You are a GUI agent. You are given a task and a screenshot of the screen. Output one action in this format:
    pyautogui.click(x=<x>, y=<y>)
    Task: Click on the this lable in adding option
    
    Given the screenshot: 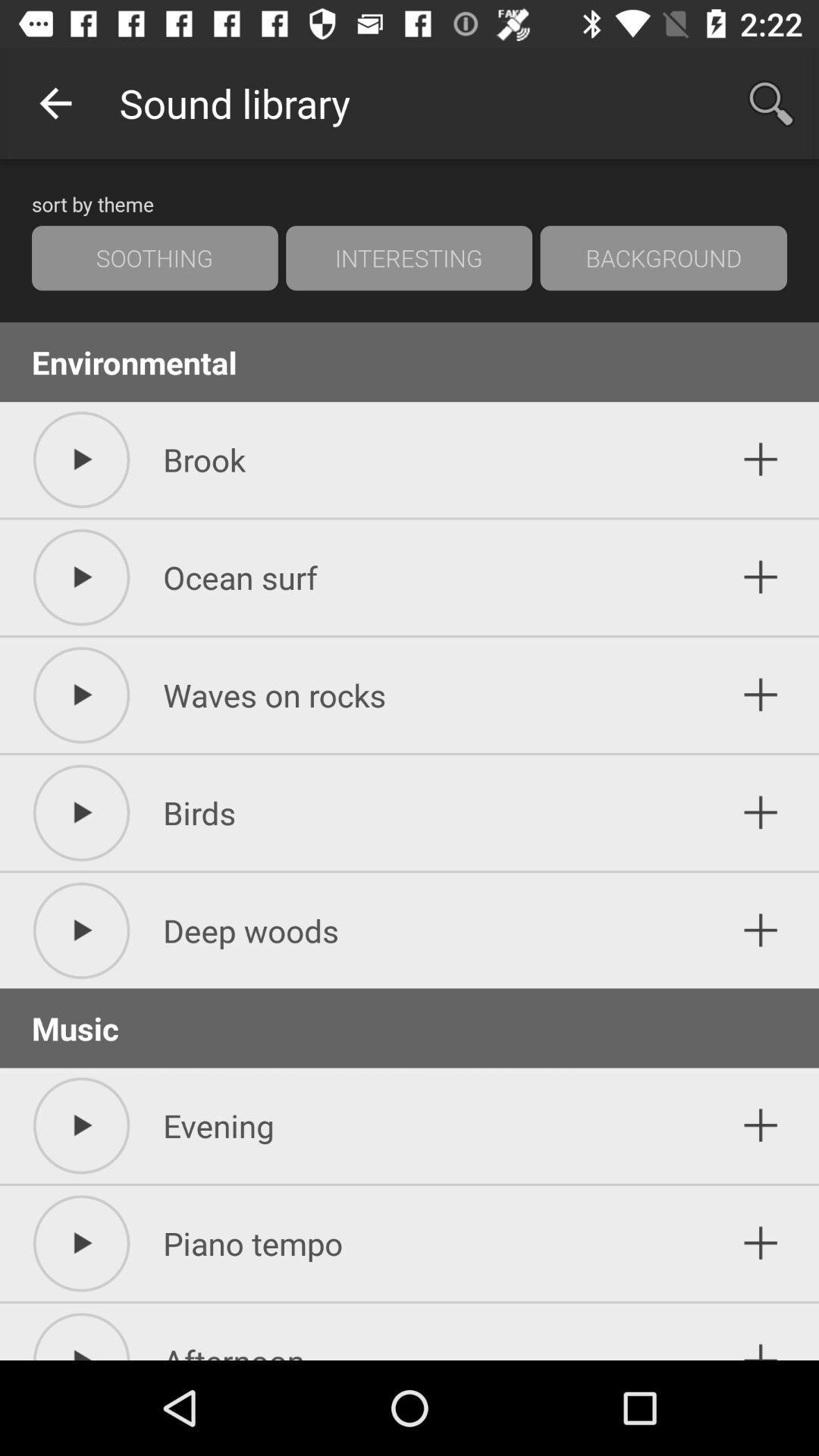 What is the action you would take?
    pyautogui.click(x=761, y=694)
    